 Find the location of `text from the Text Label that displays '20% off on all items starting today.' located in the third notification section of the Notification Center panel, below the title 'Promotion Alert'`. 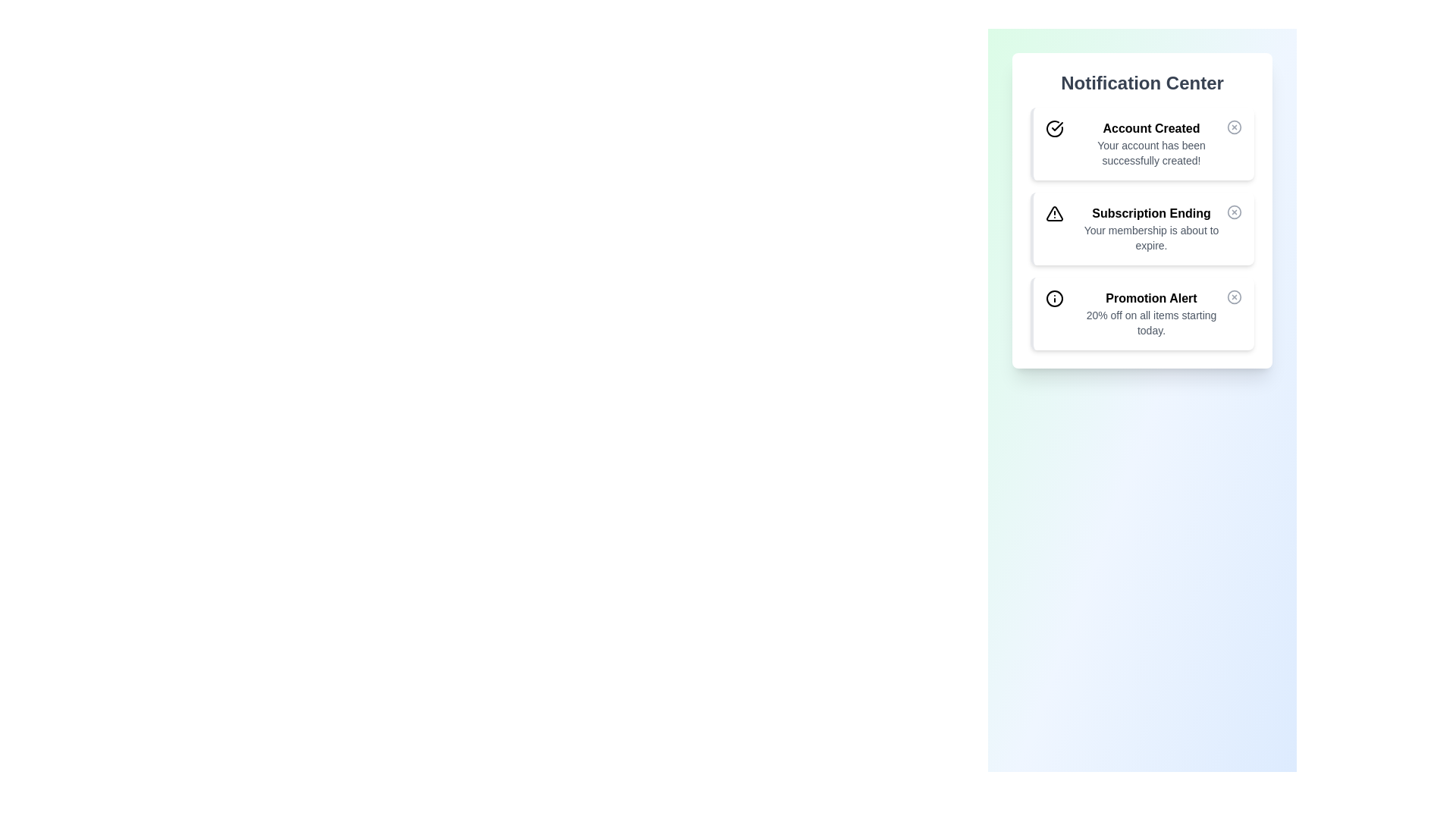

text from the Text Label that displays '20% off on all items starting today.' located in the third notification section of the Notification Center panel, below the title 'Promotion Alert' is located at coordinates (1151, 322).